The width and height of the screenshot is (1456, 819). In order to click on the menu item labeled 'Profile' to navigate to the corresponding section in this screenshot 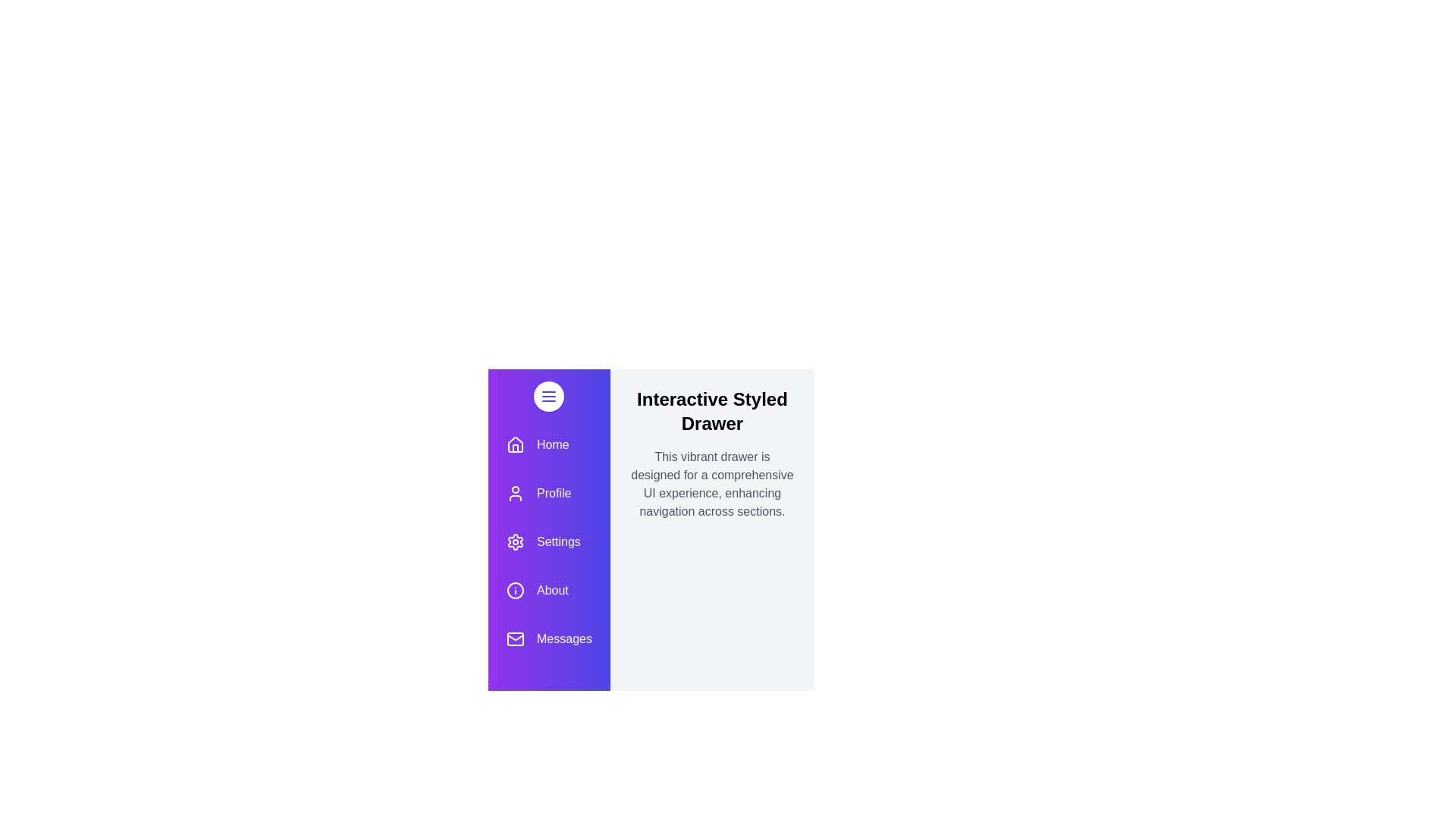, I will do `click(548, 494)`.